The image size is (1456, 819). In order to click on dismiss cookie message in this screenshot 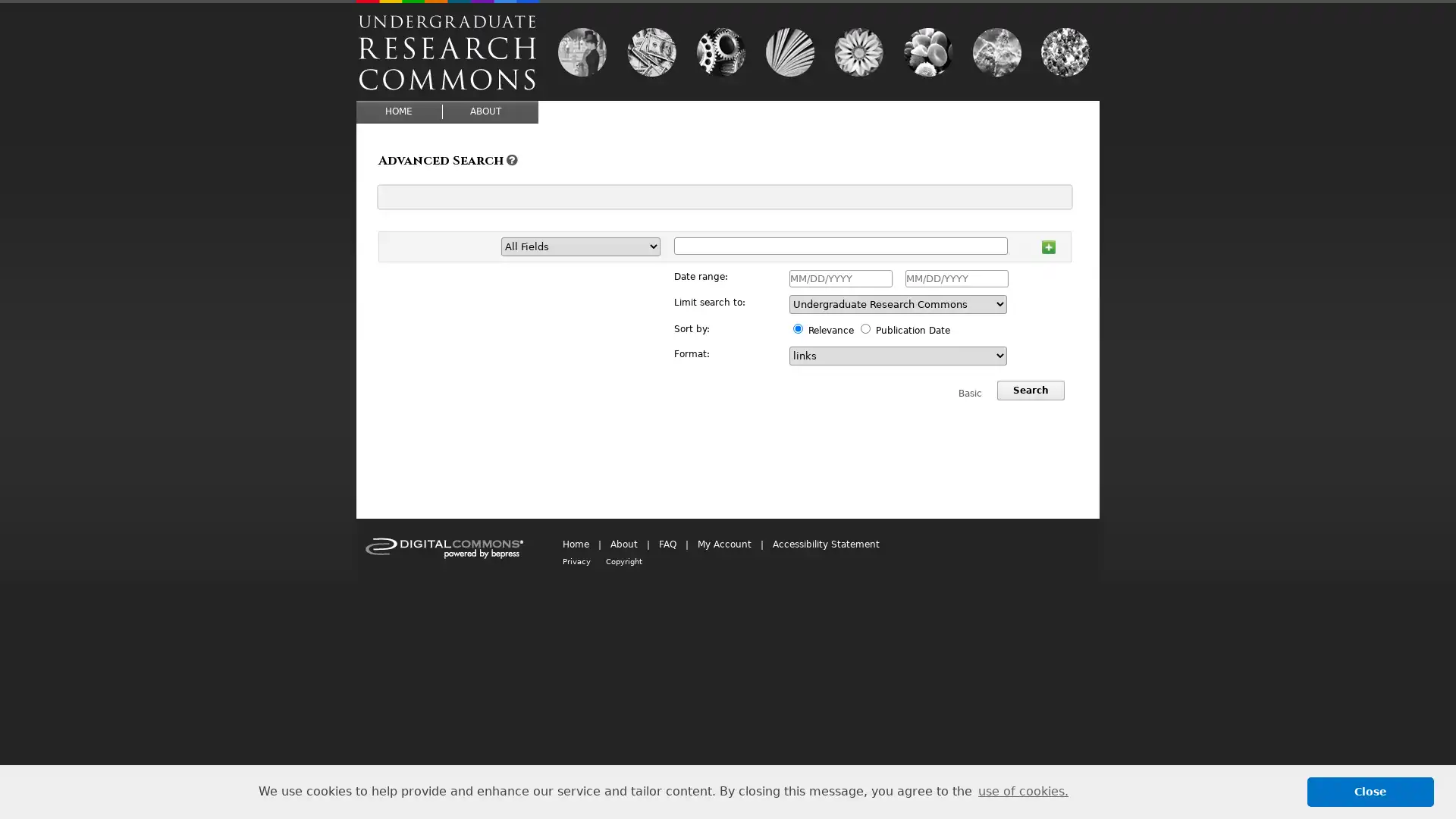, I will do `click(1370, 791)`.